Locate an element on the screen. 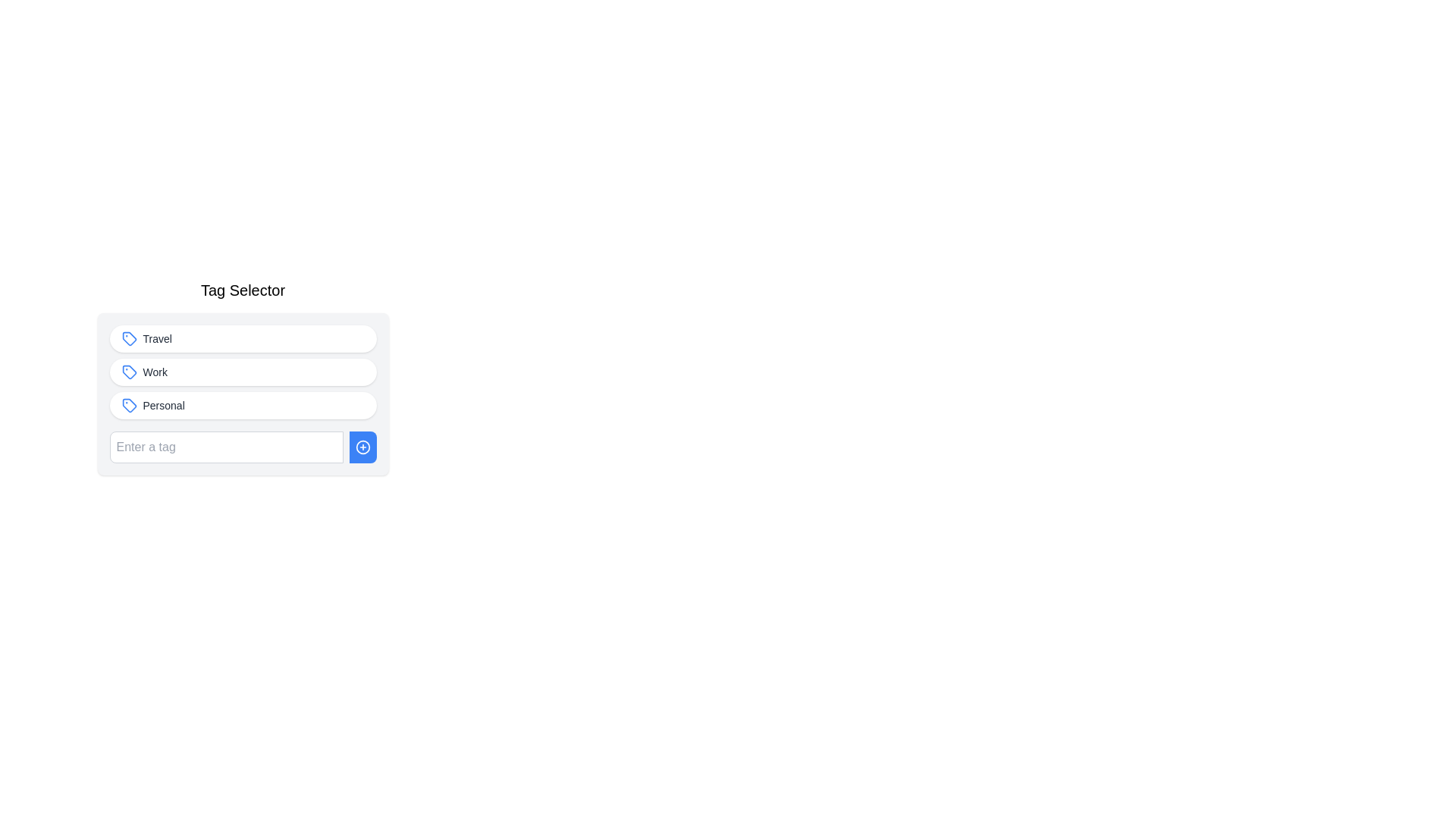 Image resolution: width=1456 pixels, height=819 pixels. the 'Work' button, which is the second button in a vertical stack of buttons labeled 'Travel', 'Work', and 'Personal' is located at coordinates (243, 372).